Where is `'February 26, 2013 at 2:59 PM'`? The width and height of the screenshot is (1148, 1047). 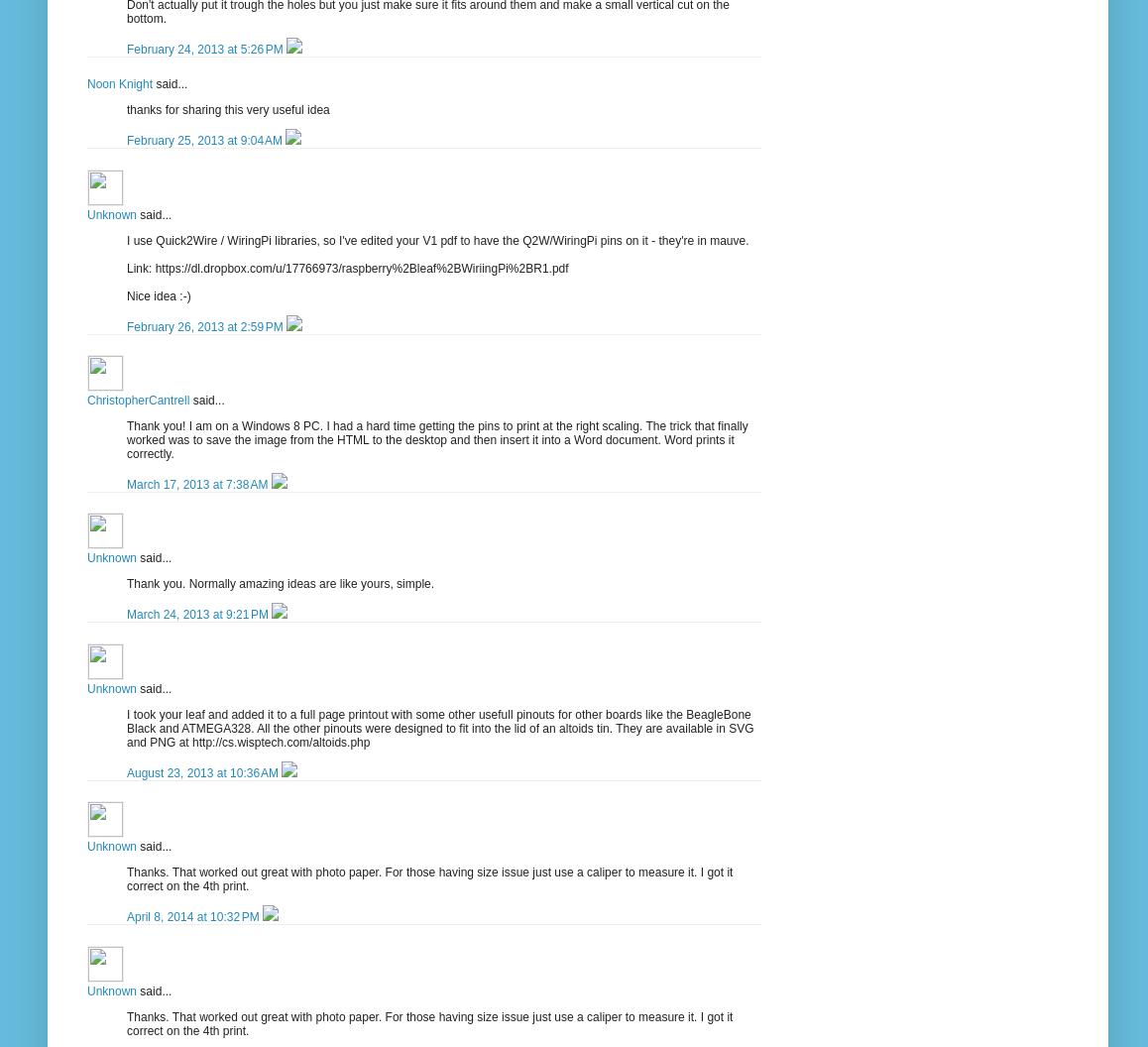 'February 26, 2013 at 2:59 PM' is located at coordinates (206, 326).